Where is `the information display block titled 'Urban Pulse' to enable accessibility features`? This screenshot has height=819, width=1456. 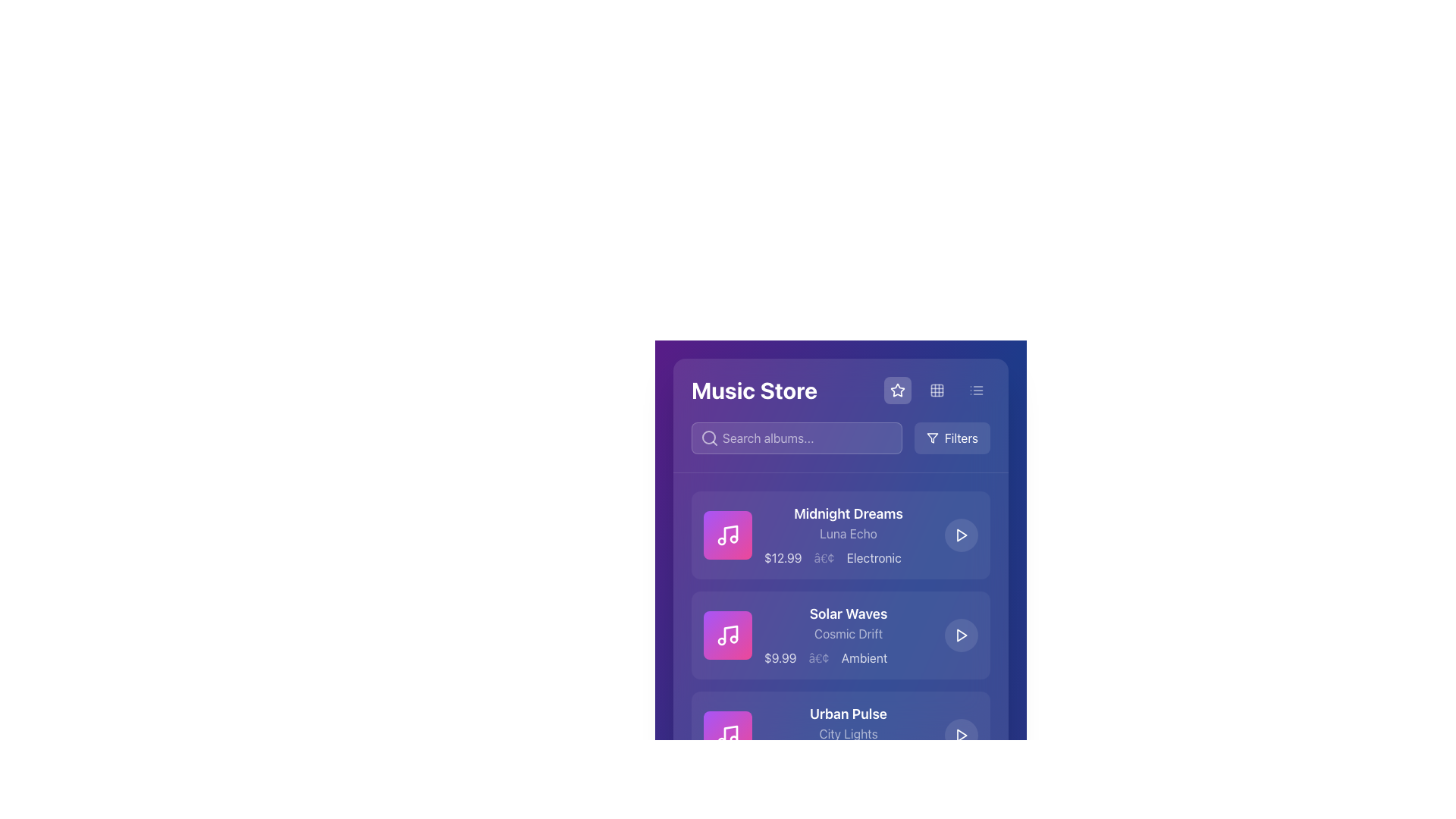 the information display block titled 'Urban Pulse' to enable accessibility features is located at coordinates (847, 734).